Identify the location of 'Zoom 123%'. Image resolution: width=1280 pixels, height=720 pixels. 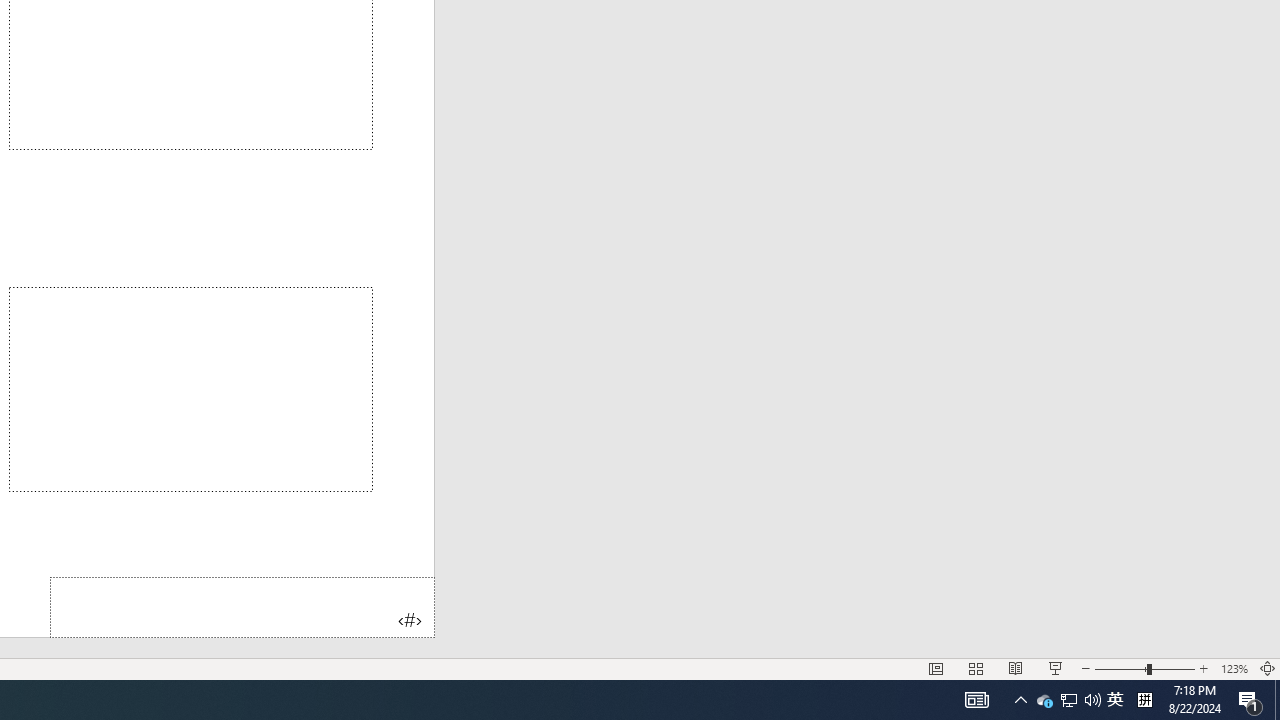
(1233, 669).